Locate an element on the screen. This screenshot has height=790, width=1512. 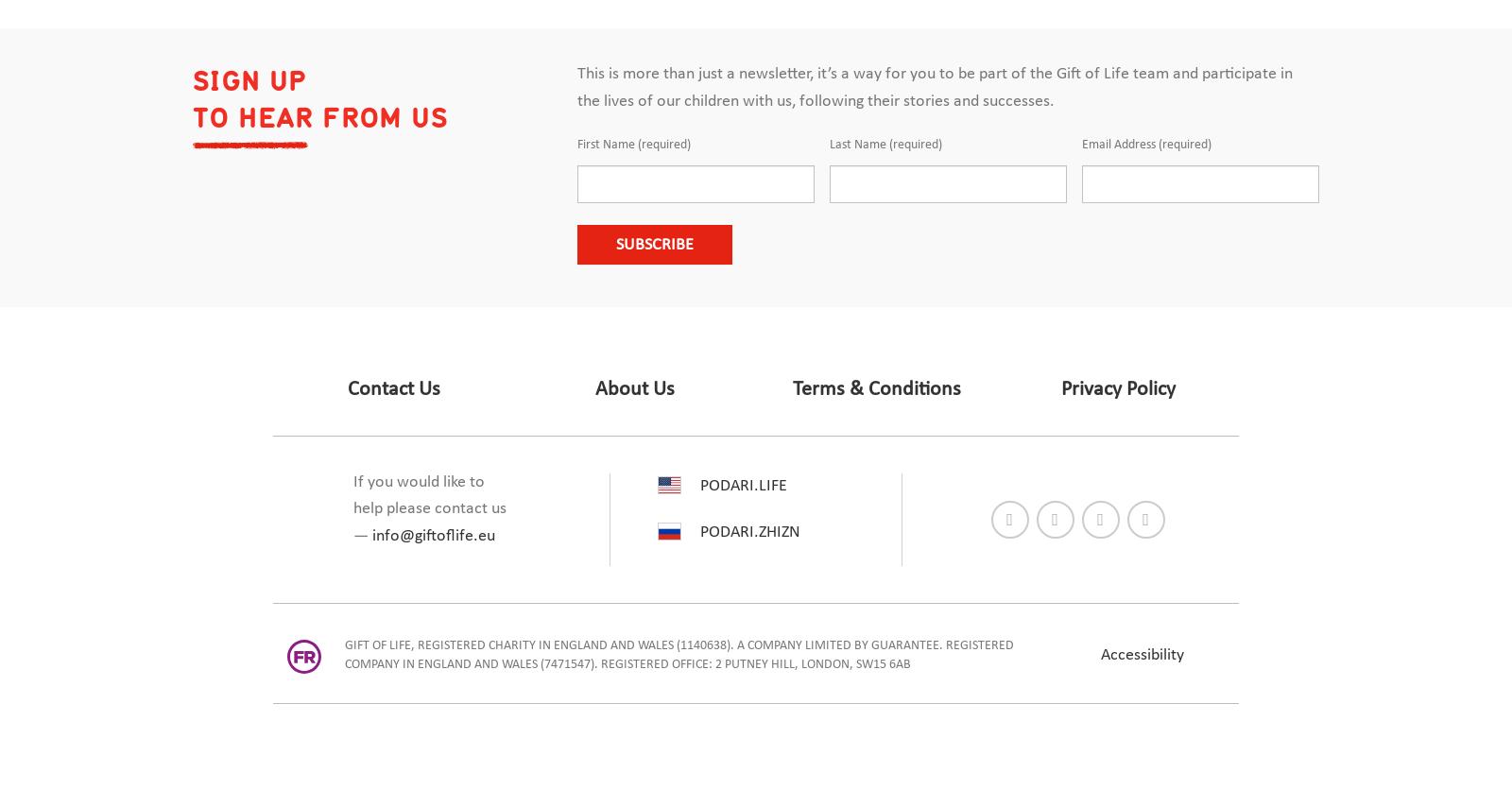
'PODARI.LIFE' is located at coordinates (743, 486).